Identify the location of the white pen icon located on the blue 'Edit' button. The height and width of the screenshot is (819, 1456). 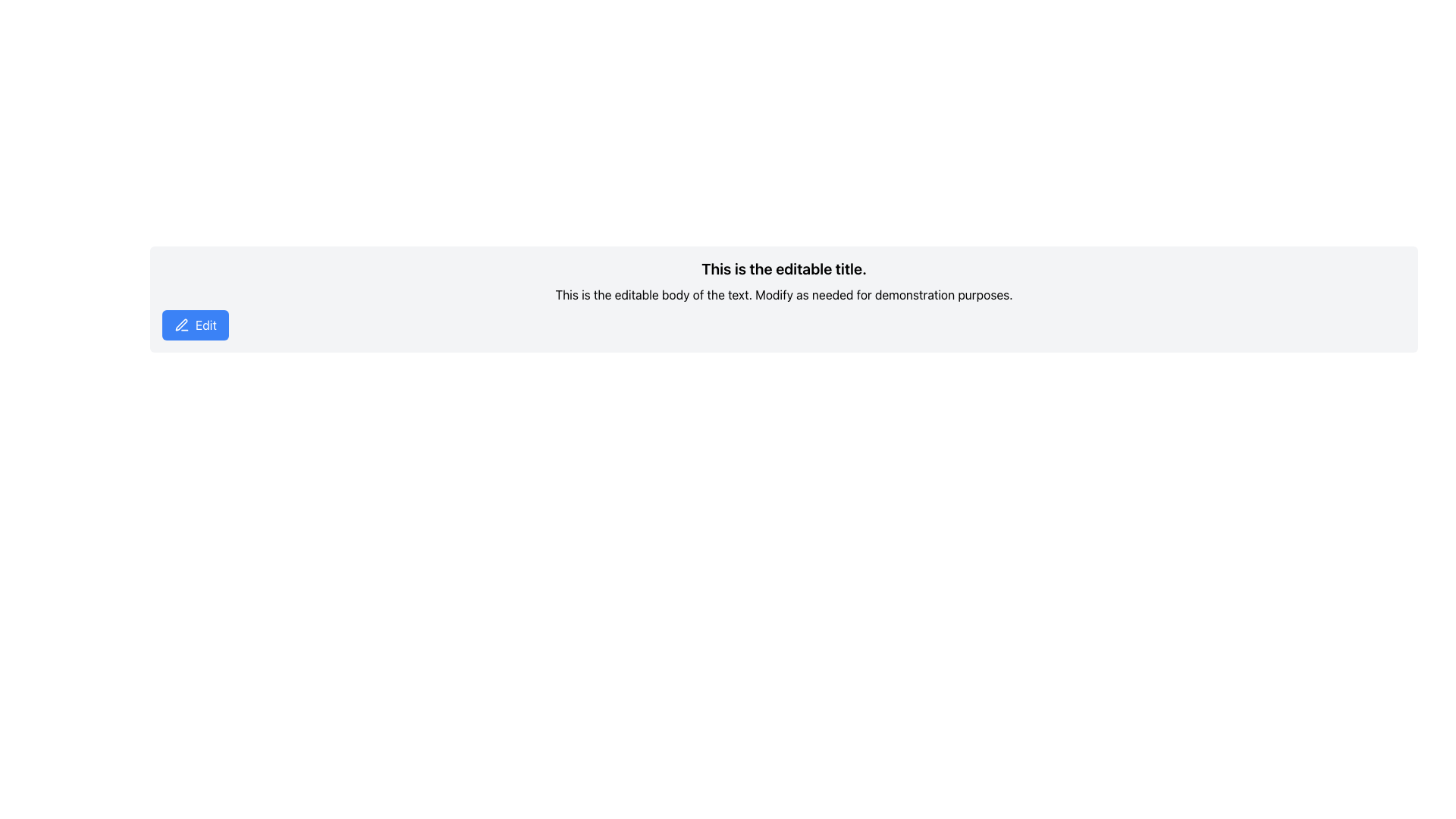
(182, 324).